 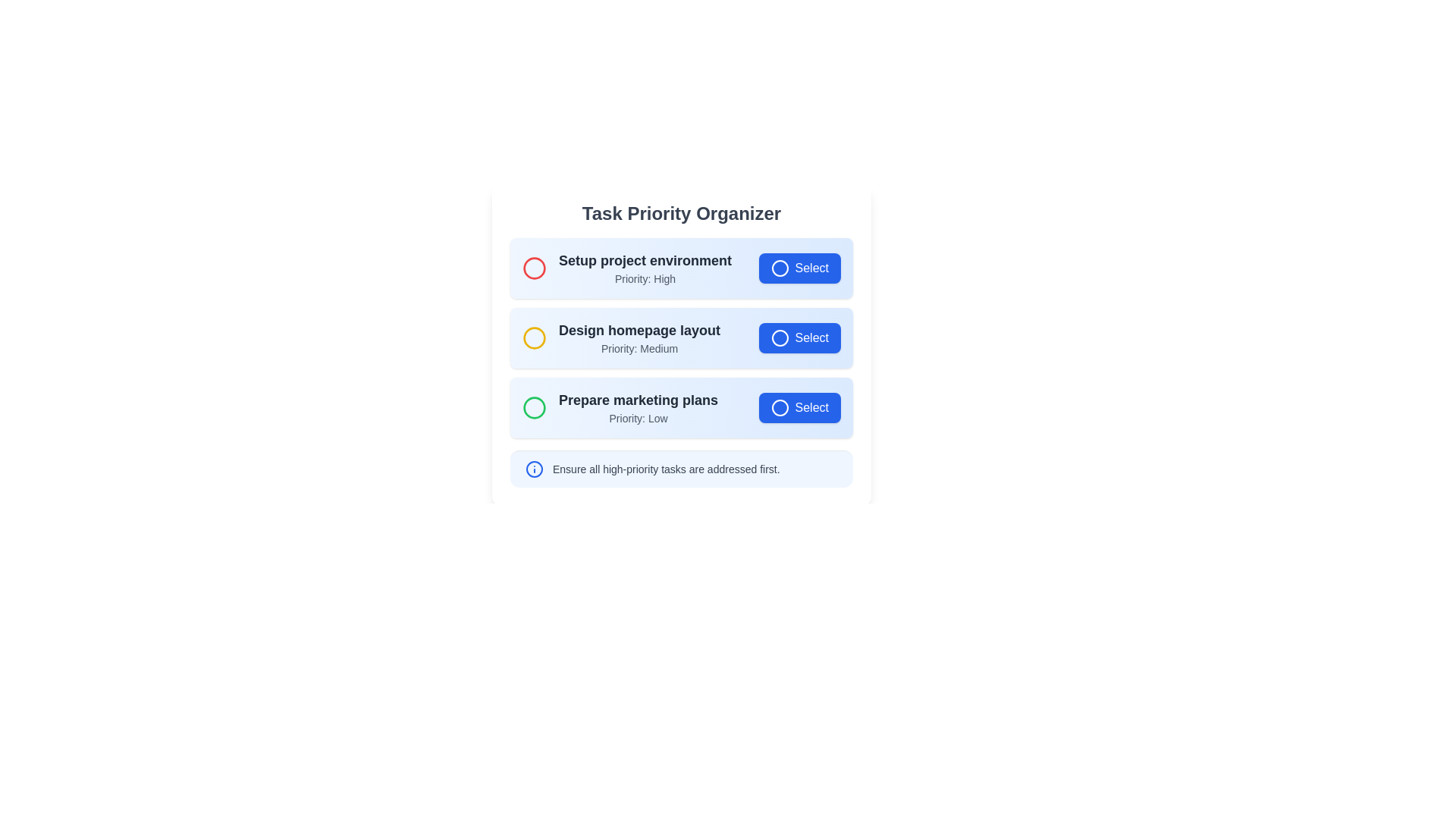 What do you see at coordinates (811, 268) in the screenshot?
I see `the 'Select' button, which is styled in white text on a blue rectangular background with rounded corners, to observe its hover state` at bounding box center [811, 268].